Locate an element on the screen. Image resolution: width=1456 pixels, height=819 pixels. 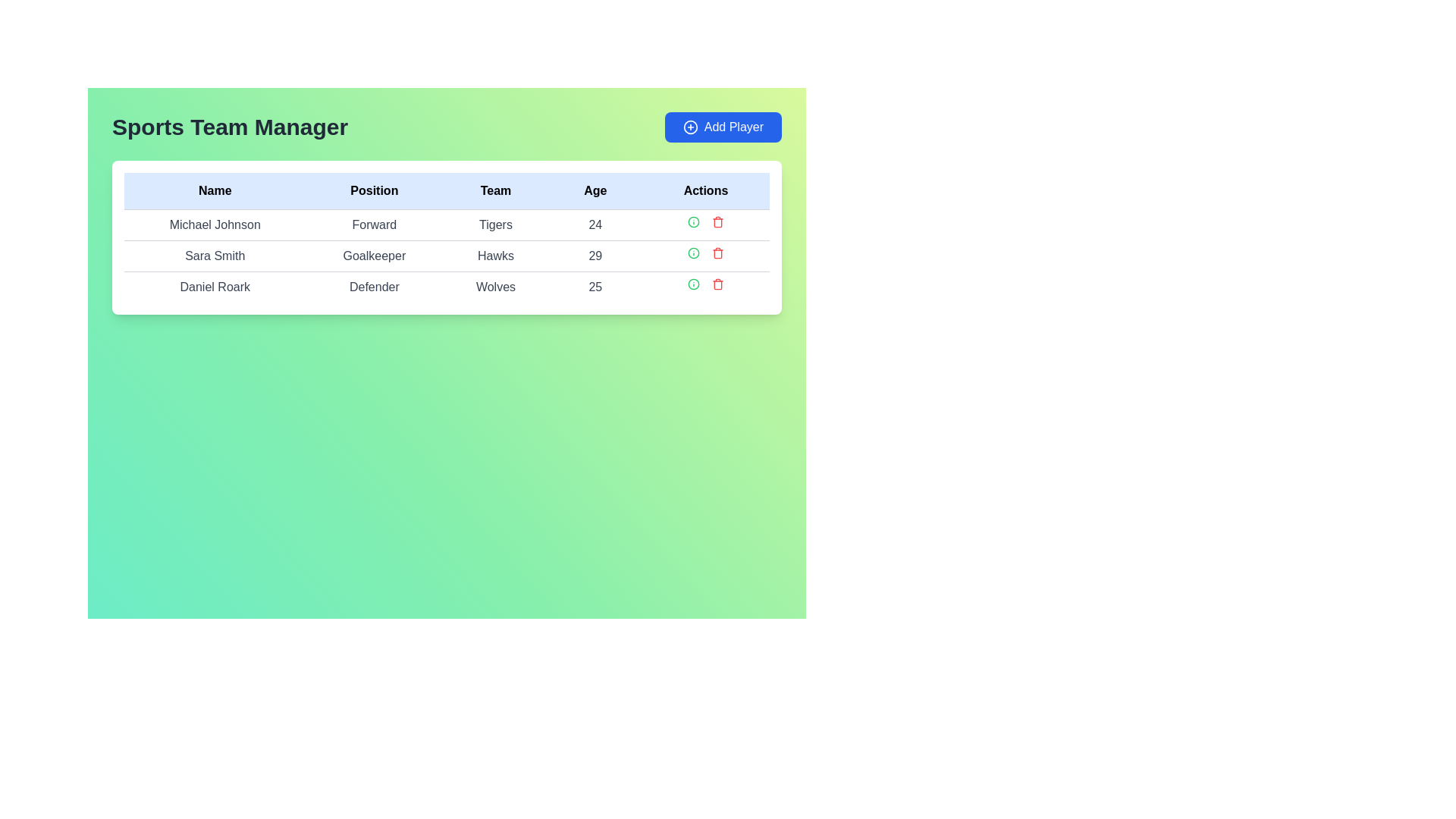
the label displaying the text 'Daniel Roark', which is located in the first cell of the last row of the player information table under the 'Name' column is located at coordinates (214, 287).